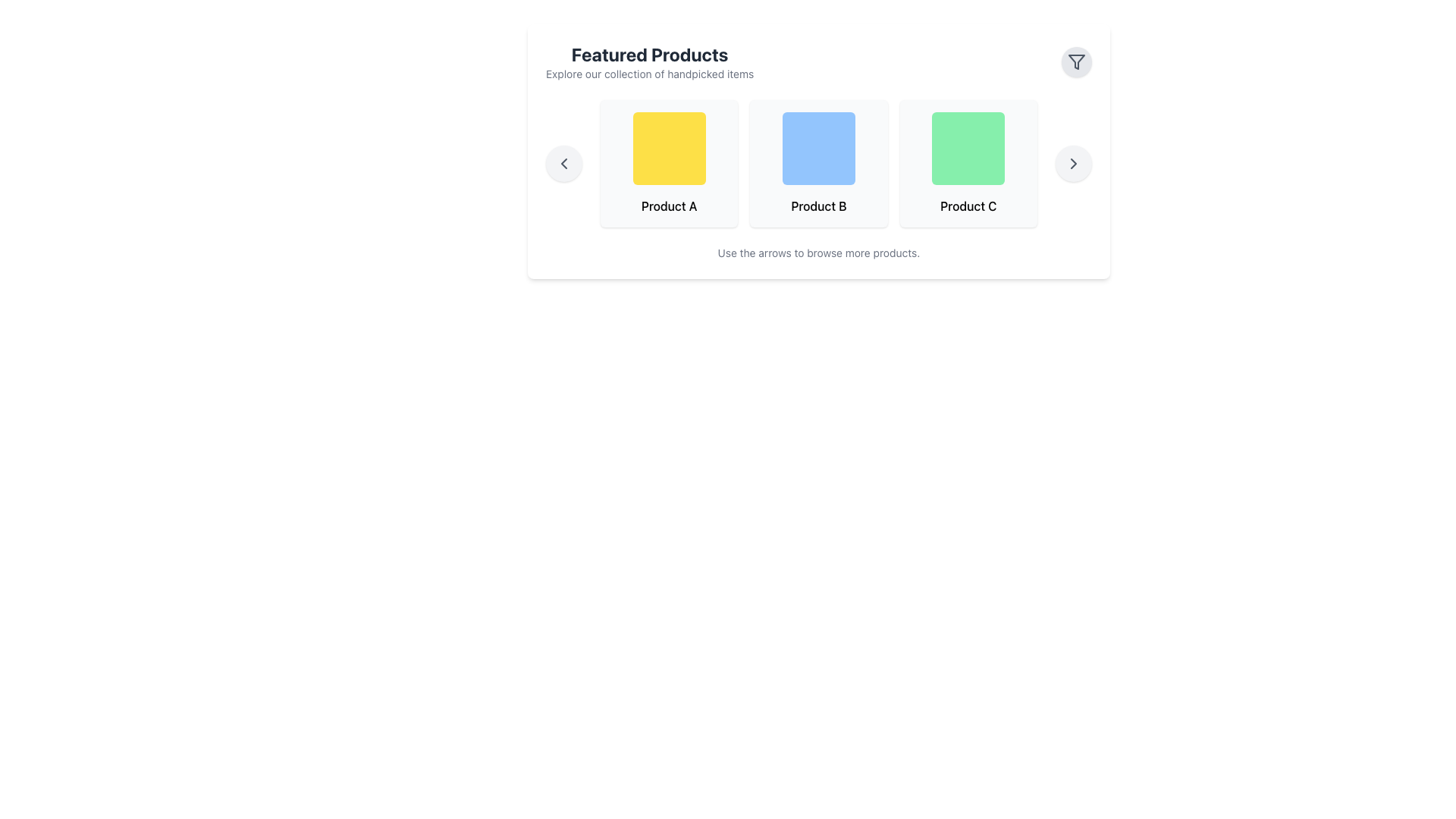 This screenshot has width=1456, height=819. I want to click on the filtering tool icon located in the top-right corner of the interface, so click(1076, 61).